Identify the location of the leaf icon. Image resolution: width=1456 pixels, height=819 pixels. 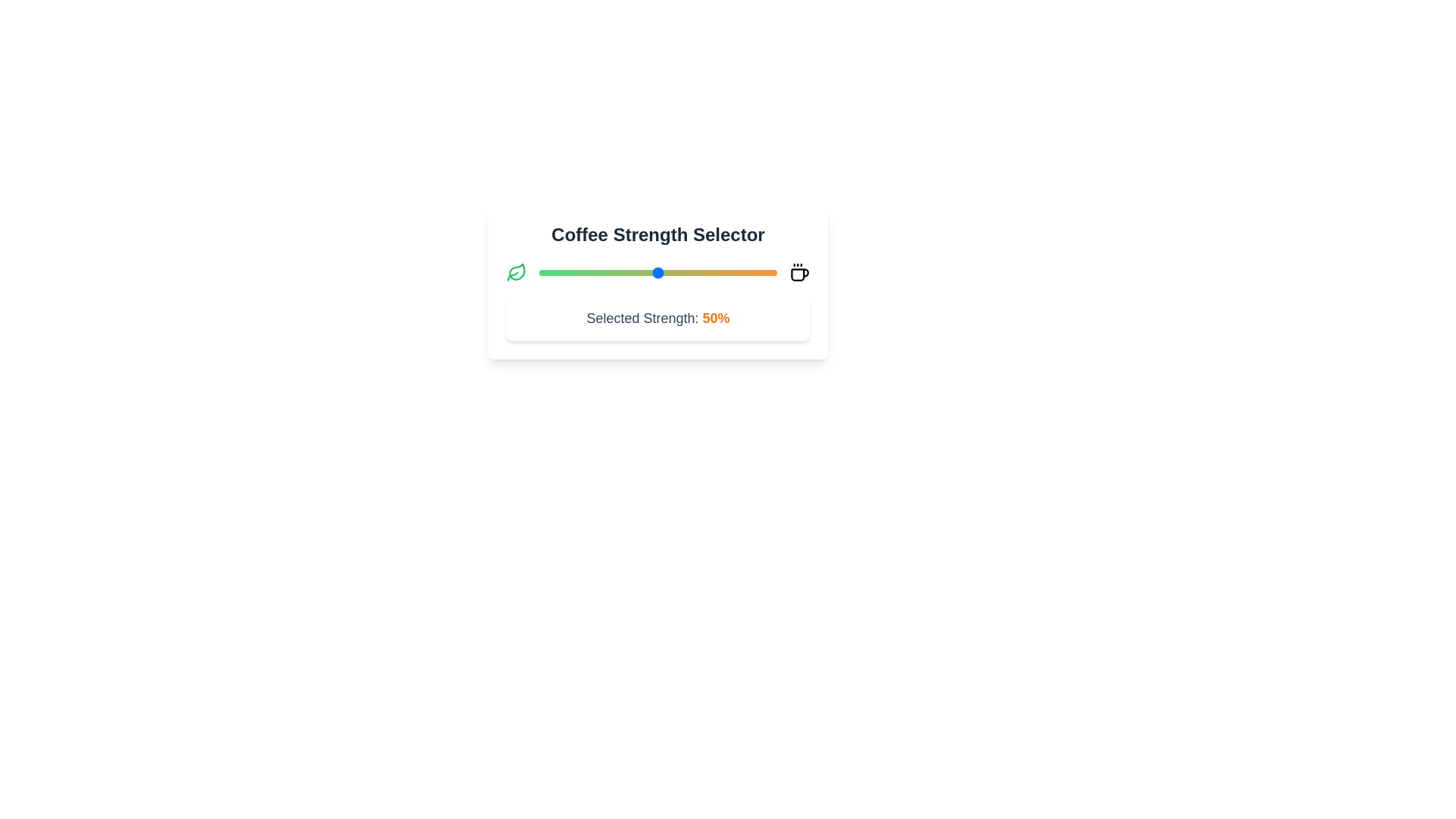
(516, 271).